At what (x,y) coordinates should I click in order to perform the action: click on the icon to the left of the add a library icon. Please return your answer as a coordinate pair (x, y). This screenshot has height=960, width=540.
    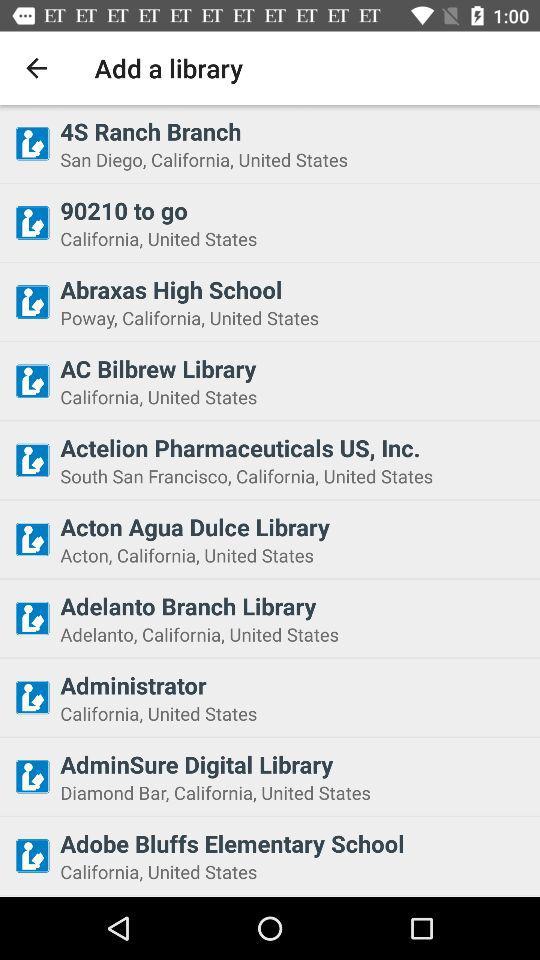
    Looking at the image, I should click on (36, 68).